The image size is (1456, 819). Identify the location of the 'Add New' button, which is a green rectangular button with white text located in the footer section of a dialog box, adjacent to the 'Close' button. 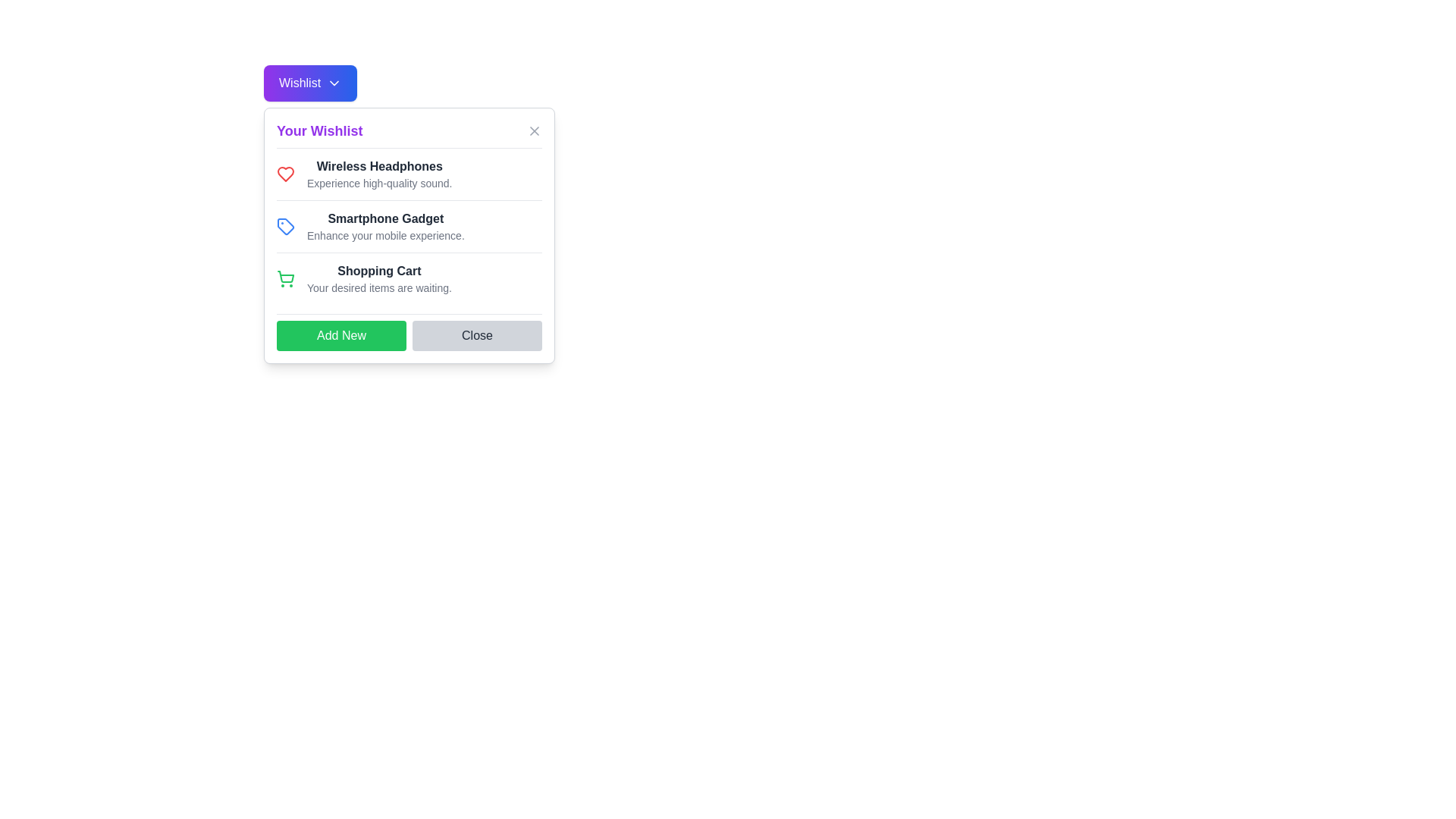
(340, 335).